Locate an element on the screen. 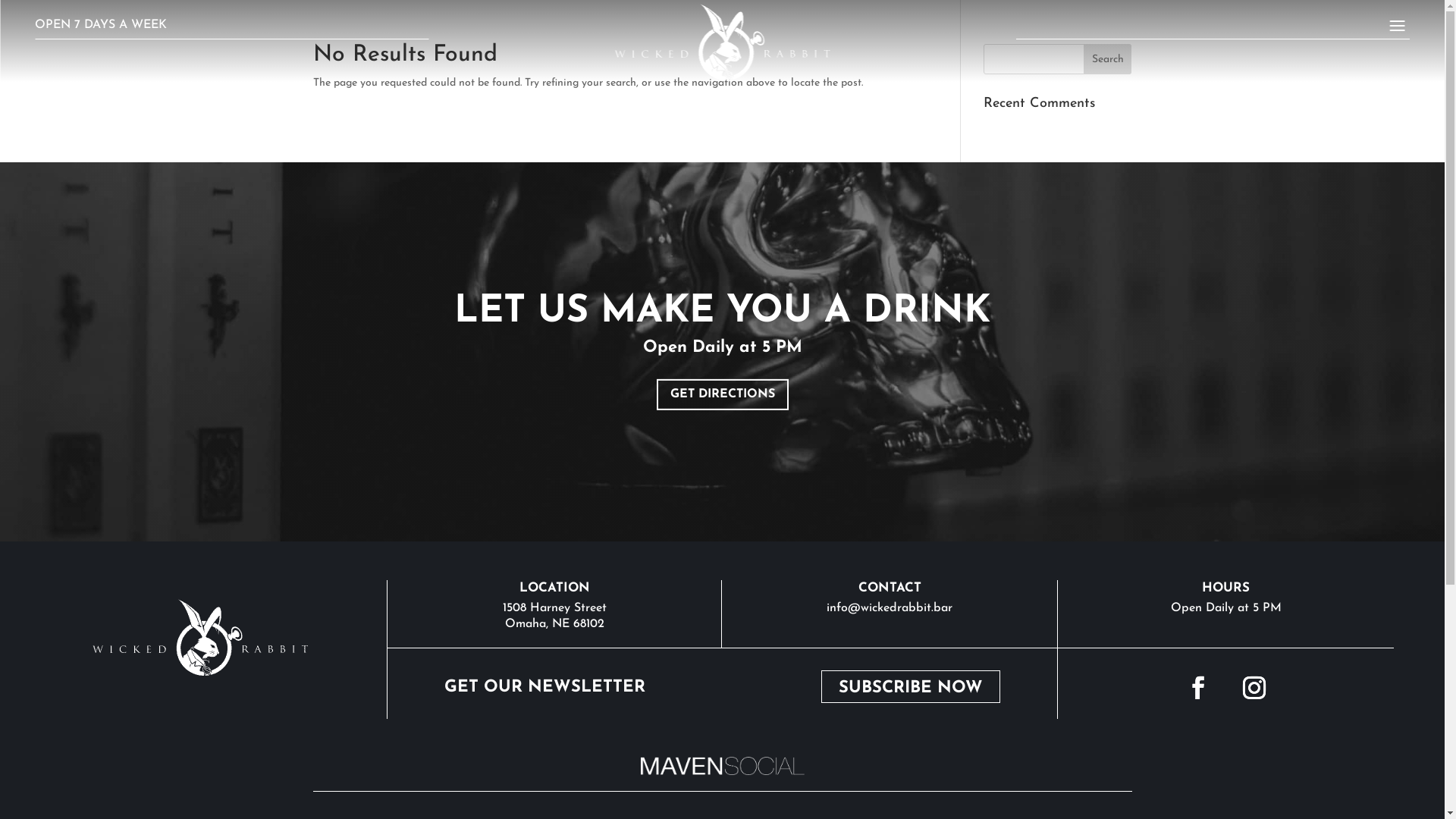 The width and height of the screenshot is (1456, 819). 'mavensocial_logo_white' is located at coordinates (720, 766).